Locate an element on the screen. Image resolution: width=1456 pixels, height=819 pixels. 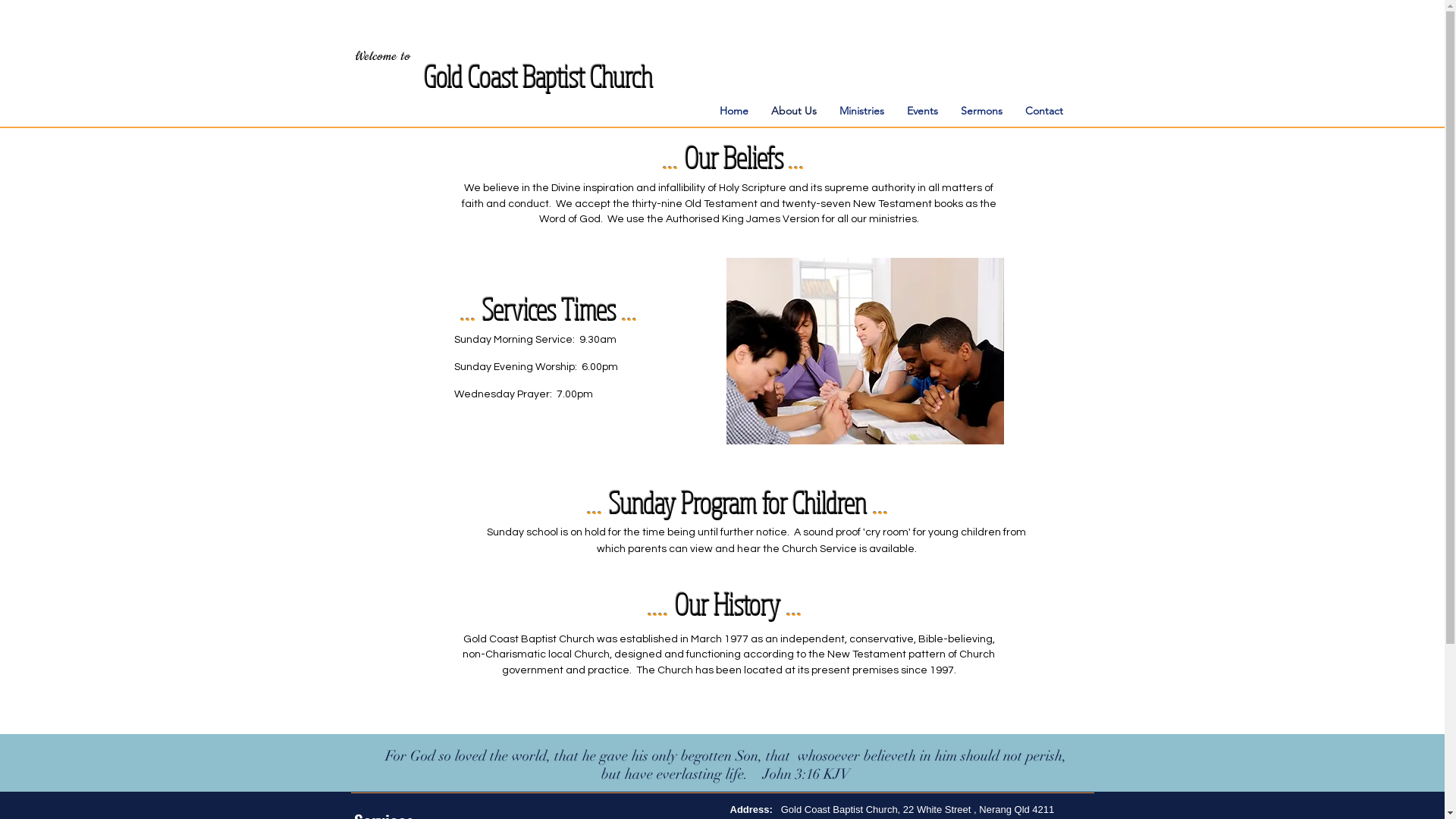
'Gold Coast Baptist Church, 22 White Street , Nerang Qld 4211' is located at coordinates (917, 808).